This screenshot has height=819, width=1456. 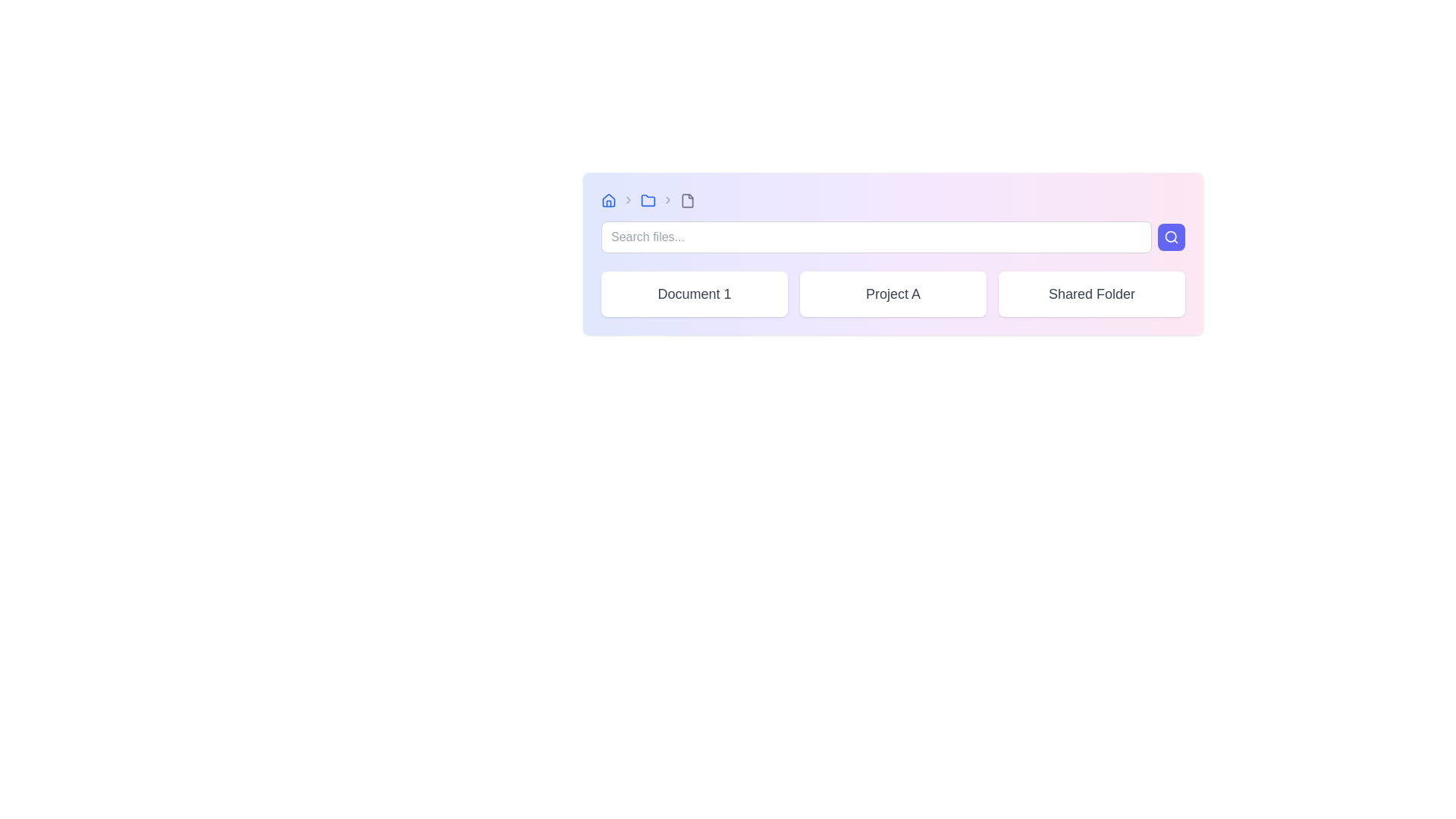 I want to click on the blue house icon on the left-hand side of the navigation bar, so click(x=608, y=199).